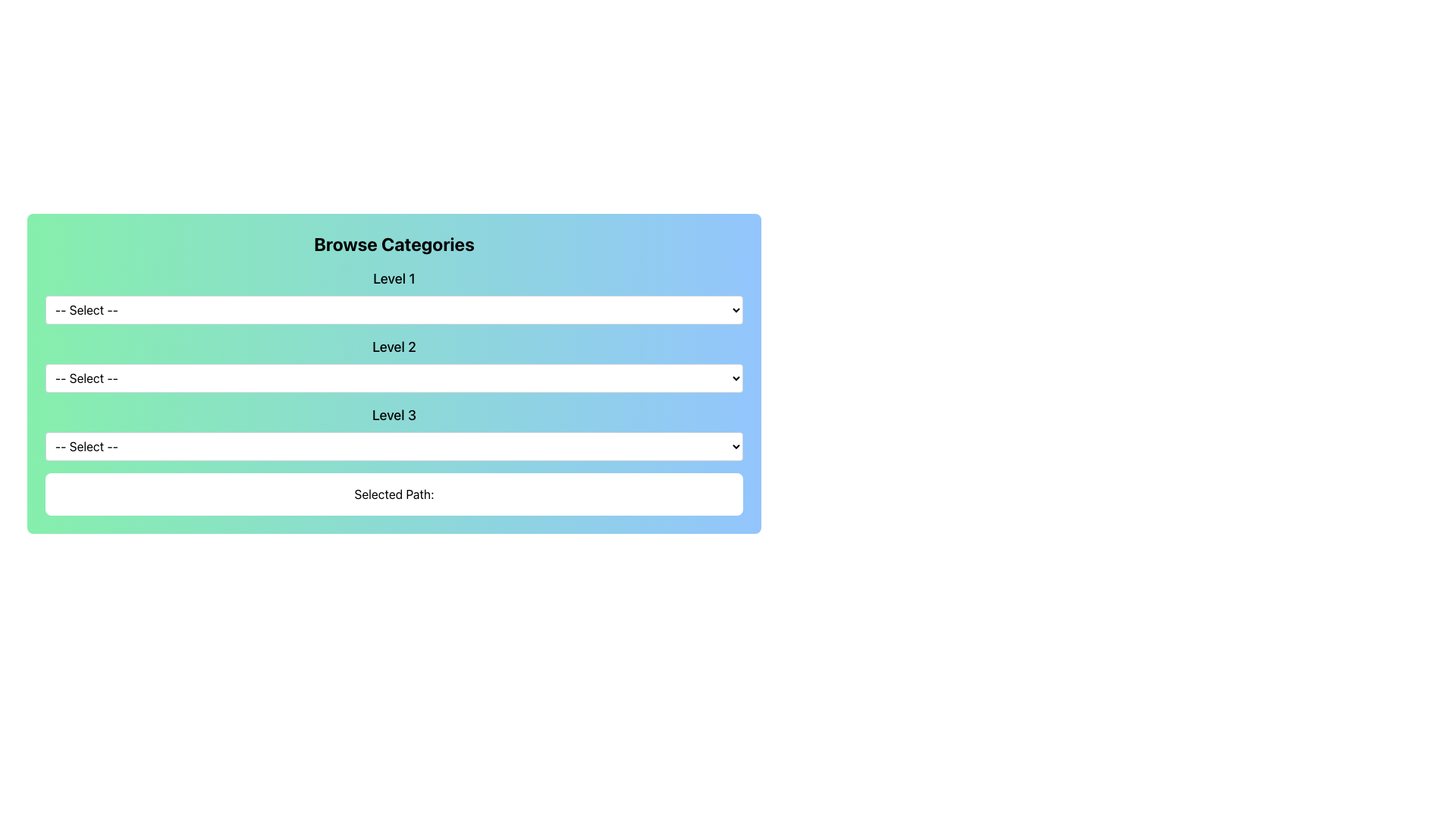  I want to click on the 'Level 1' dropdown menu, so click(394, 296).